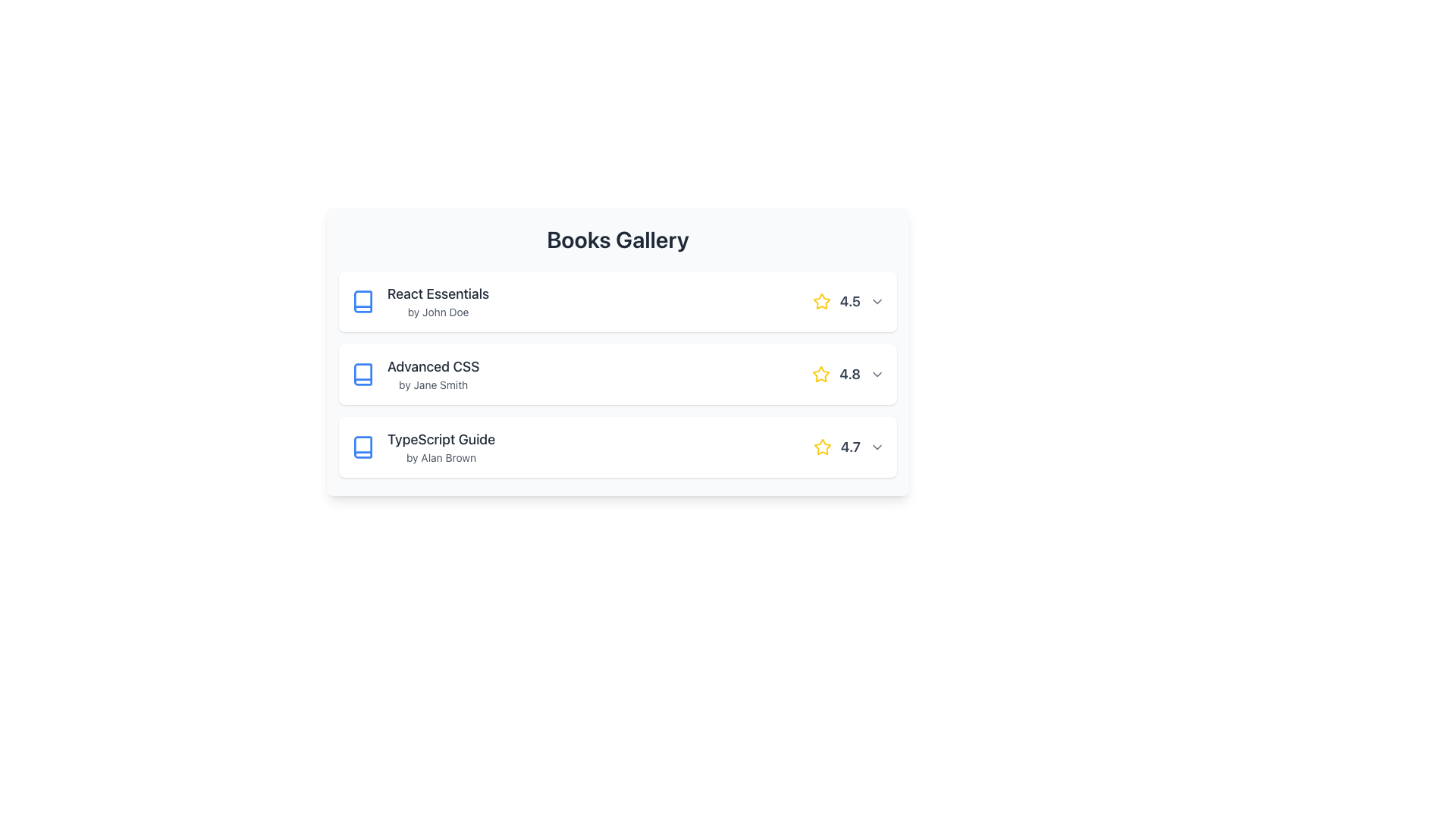  Describe the element at coordinates (618, 351) in the screenshot. I see `book details from the second card UI component in the 'Books Gallery' section, which provides information about a specific book including its title, author, and rating` at that location.